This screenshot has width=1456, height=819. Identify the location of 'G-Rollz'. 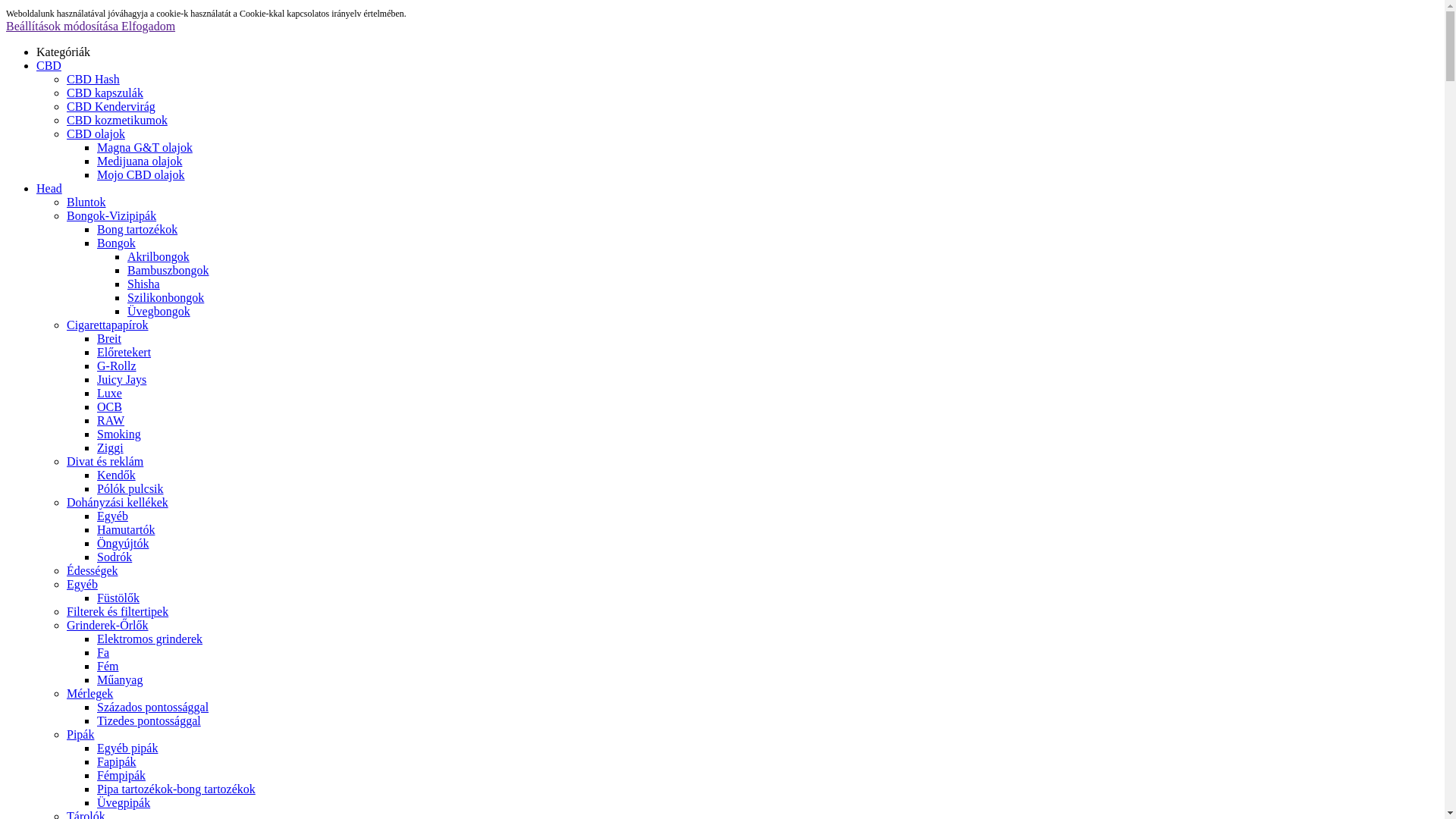
(115, 366).